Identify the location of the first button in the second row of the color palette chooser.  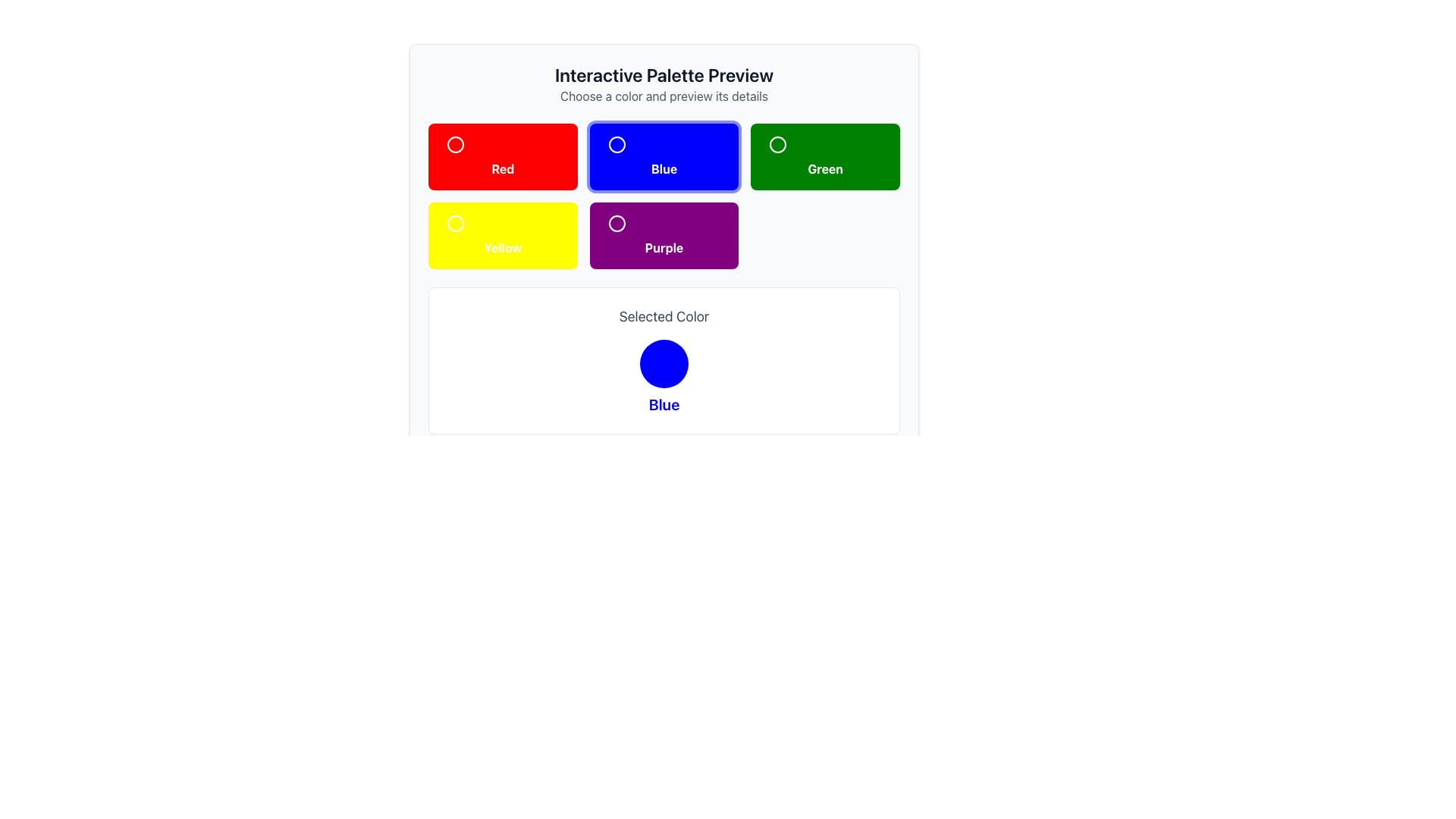
(503, 236).